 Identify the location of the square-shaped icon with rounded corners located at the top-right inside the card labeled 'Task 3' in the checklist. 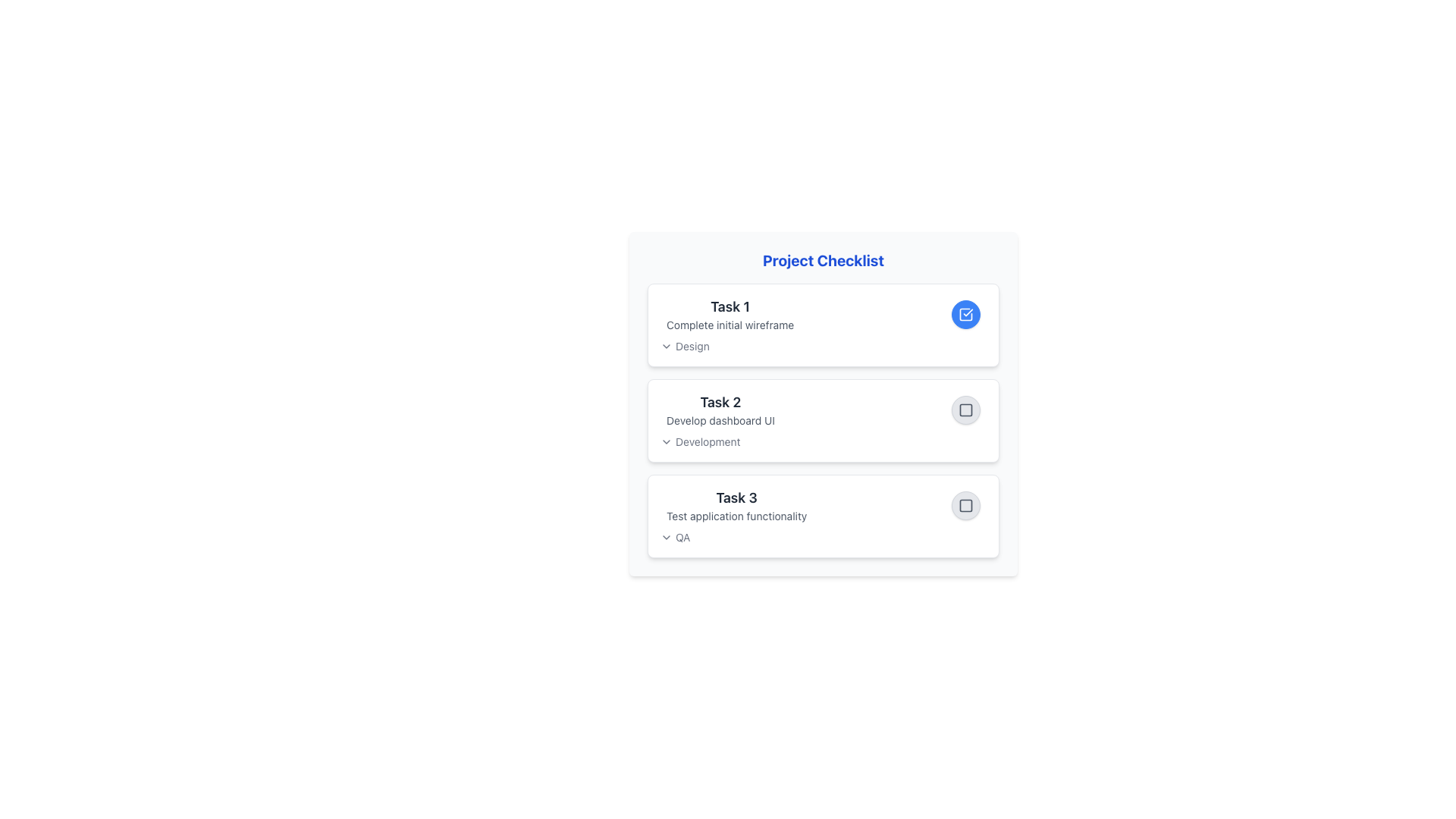
(965, 506).